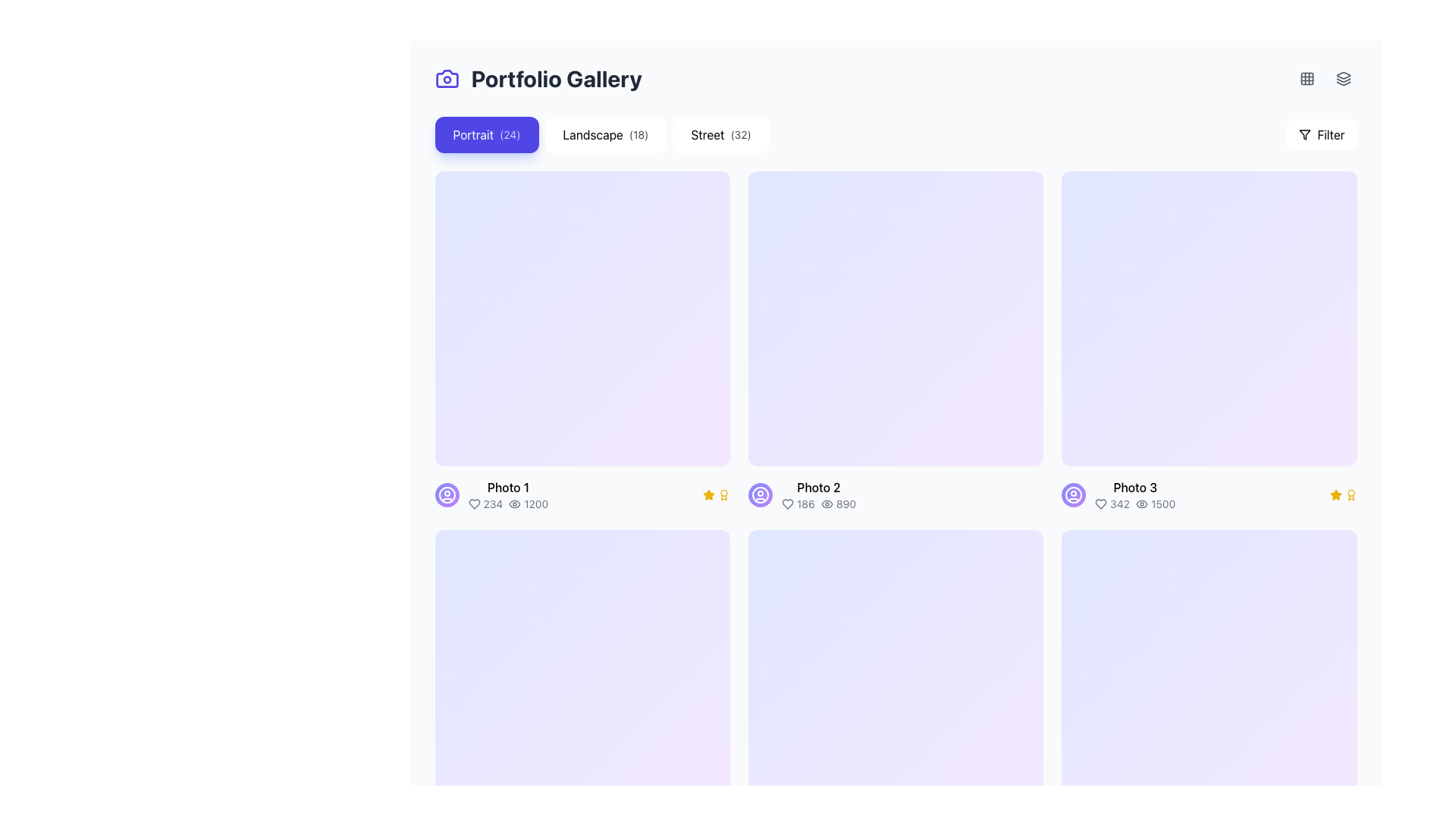 The height and width of the screenshot is (819, 1456). Describe the element at coordinates (1073, 495) in the screenshot. I see `the circular Icon component with a gradient background and a white user icon, located in the bottom row of the gallery view preceding the text 'Photo 3'` at that location.